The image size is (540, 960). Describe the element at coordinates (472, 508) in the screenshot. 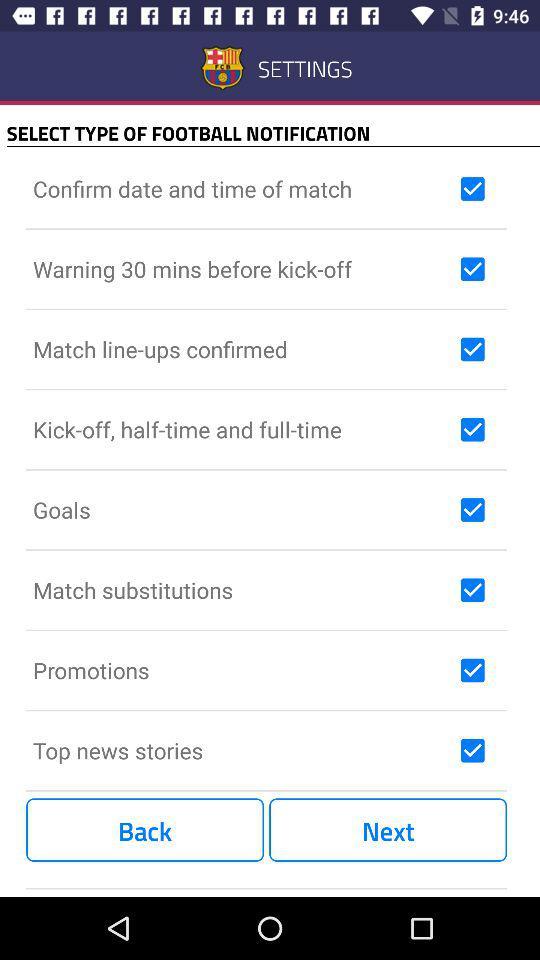

I see `preference notification box` at that location.